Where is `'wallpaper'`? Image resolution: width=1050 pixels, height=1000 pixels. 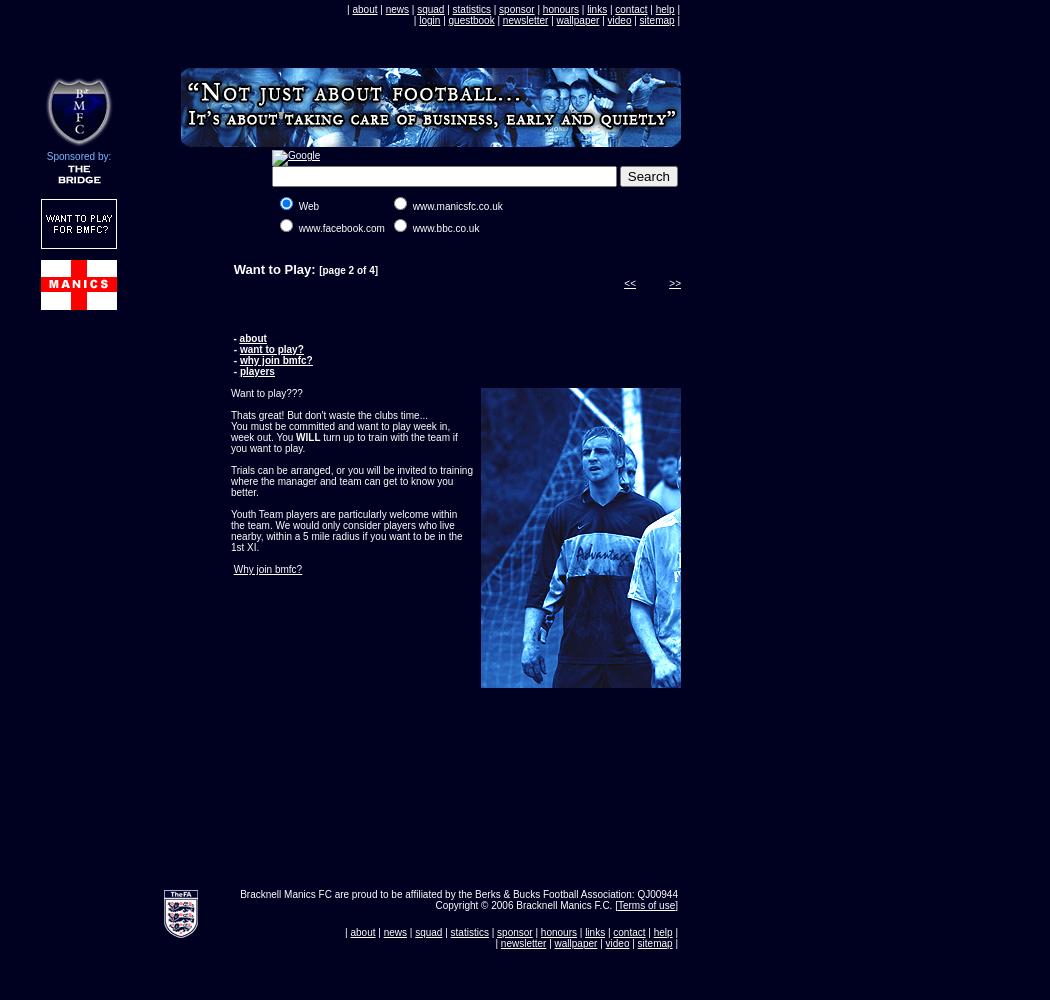
'wallpaper' is located at coordinates (576, 20).